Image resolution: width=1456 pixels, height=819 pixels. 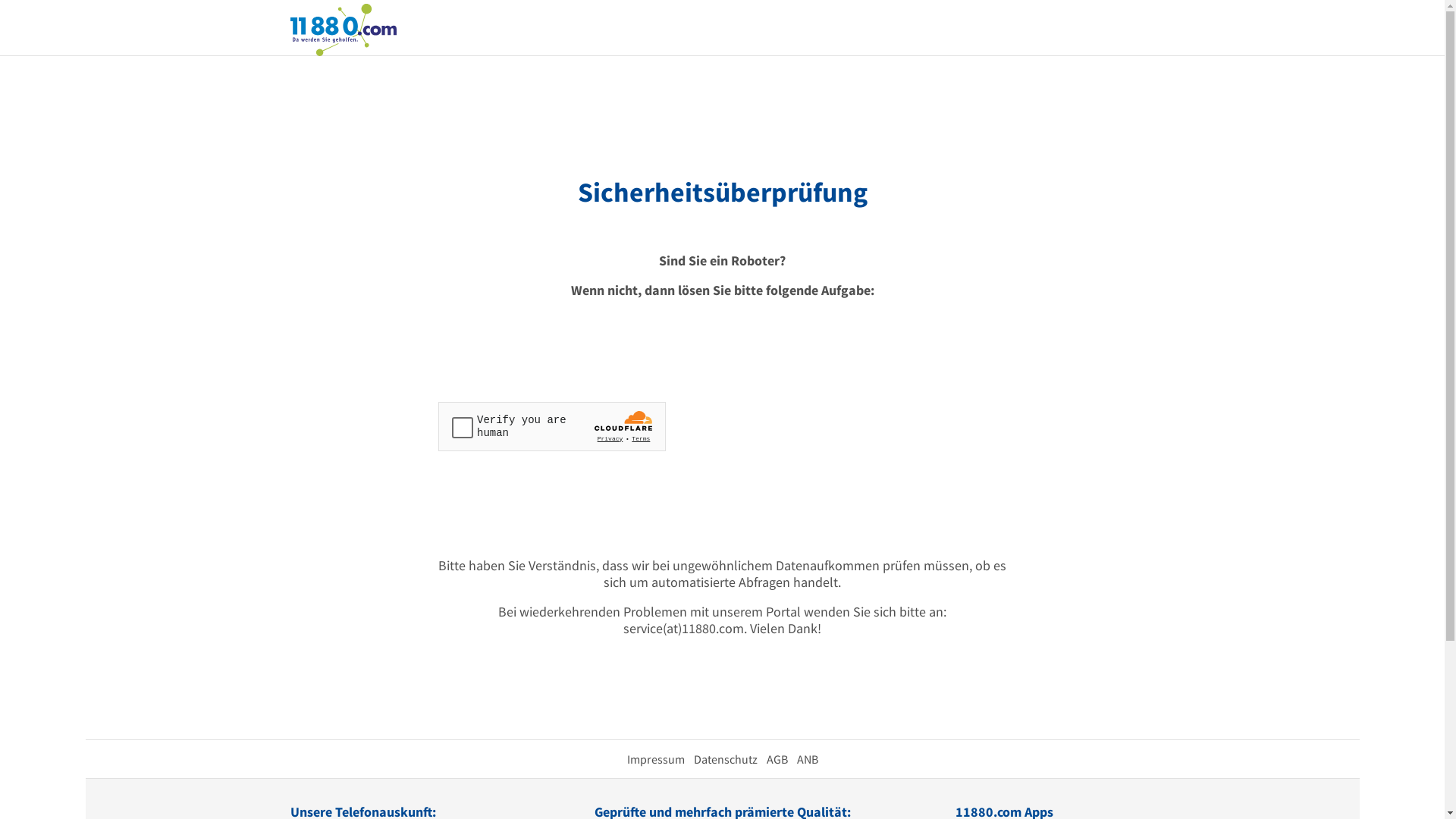 What do you see at coordinates (776, 759) in the screenshot?
I see `'AGB'` at bounding box center [776, 759].